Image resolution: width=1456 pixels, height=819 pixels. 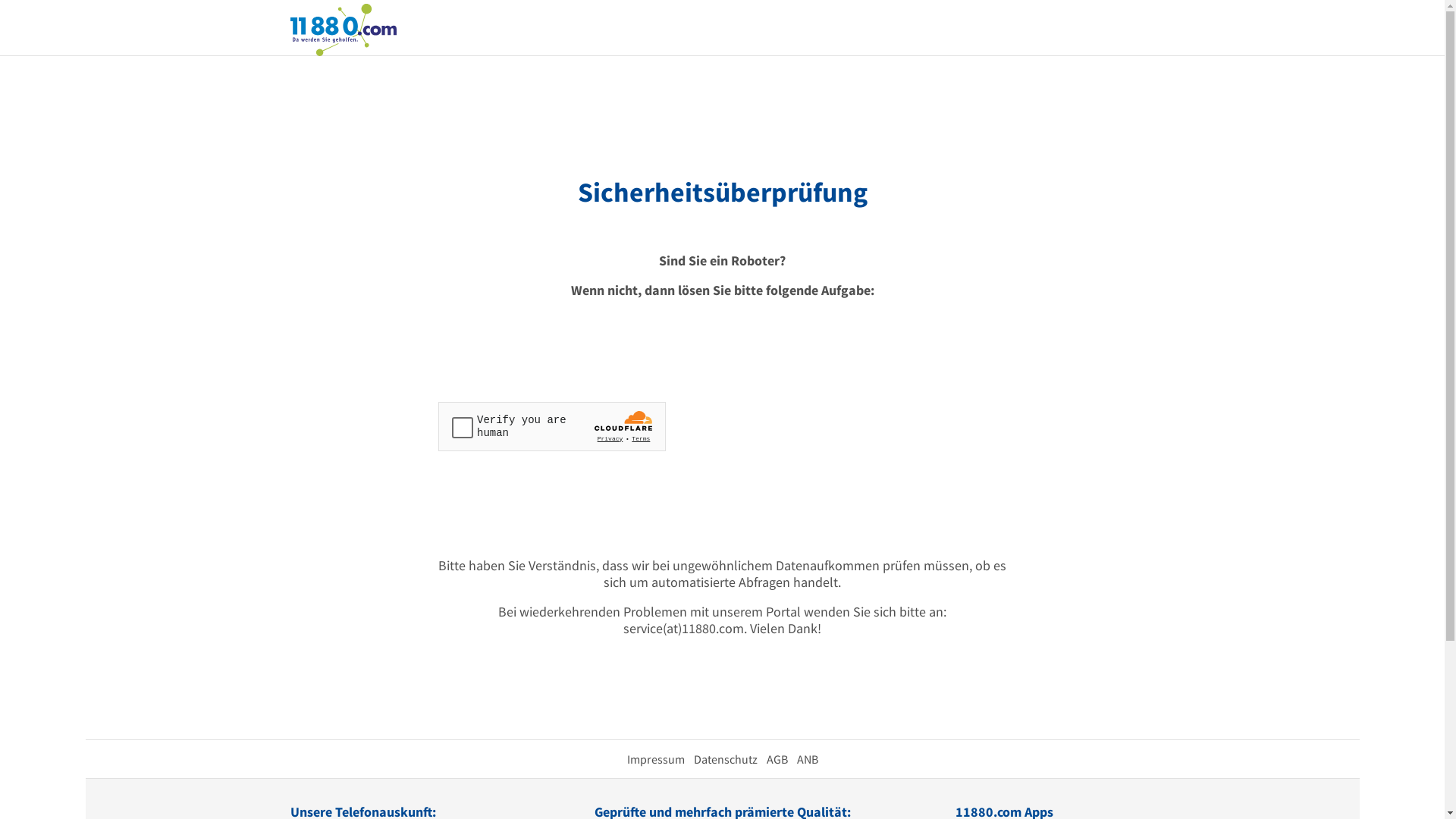 What do you see at coordinates (776, 759) in the screenshot?
I see `'AGB'` at bounding box center [776, 759].